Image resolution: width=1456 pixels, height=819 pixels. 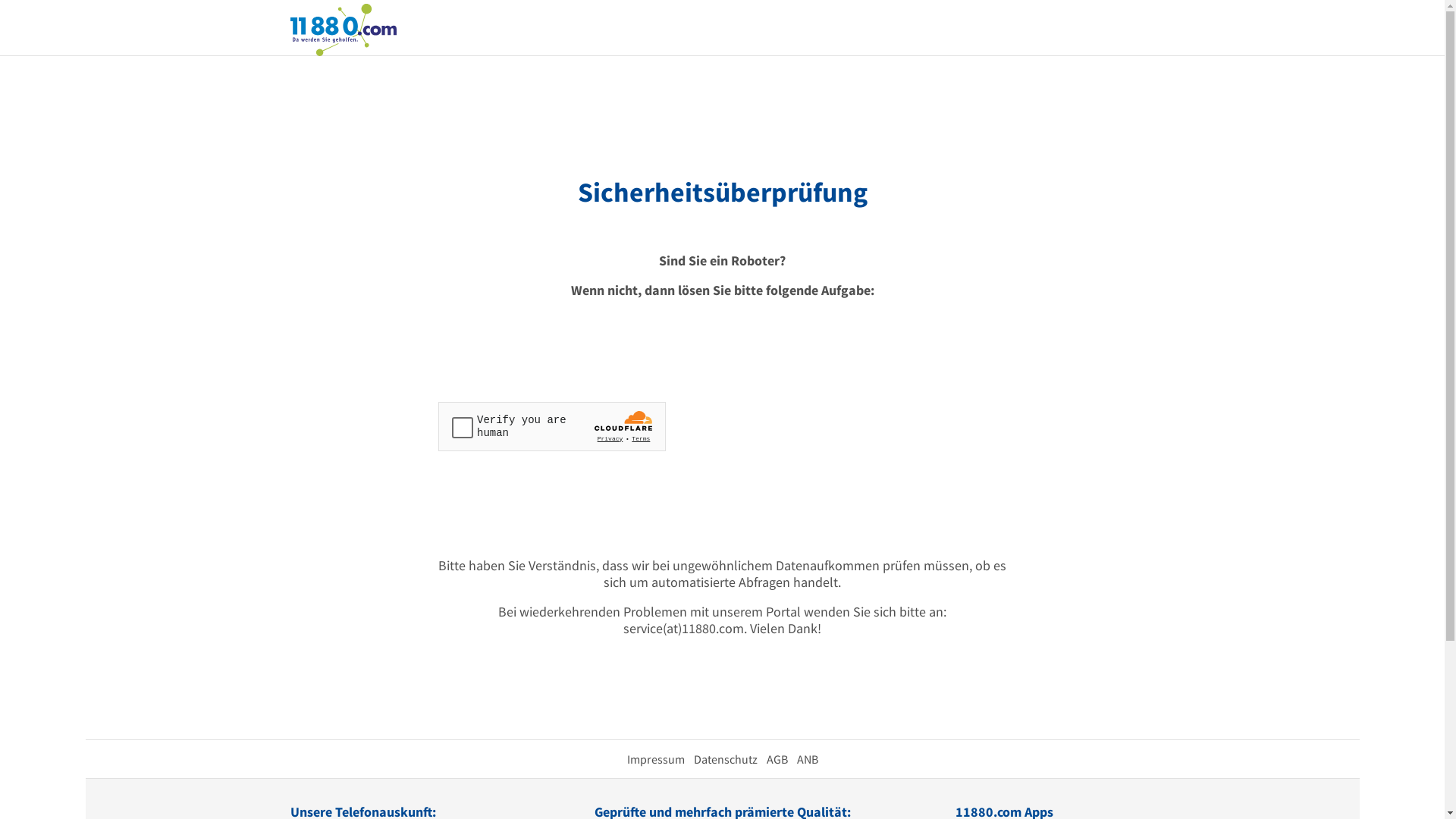 What do you see at coordinates (776, 759) in the screenshot?
I see `'AGB'` at bounding box center [776, 759].